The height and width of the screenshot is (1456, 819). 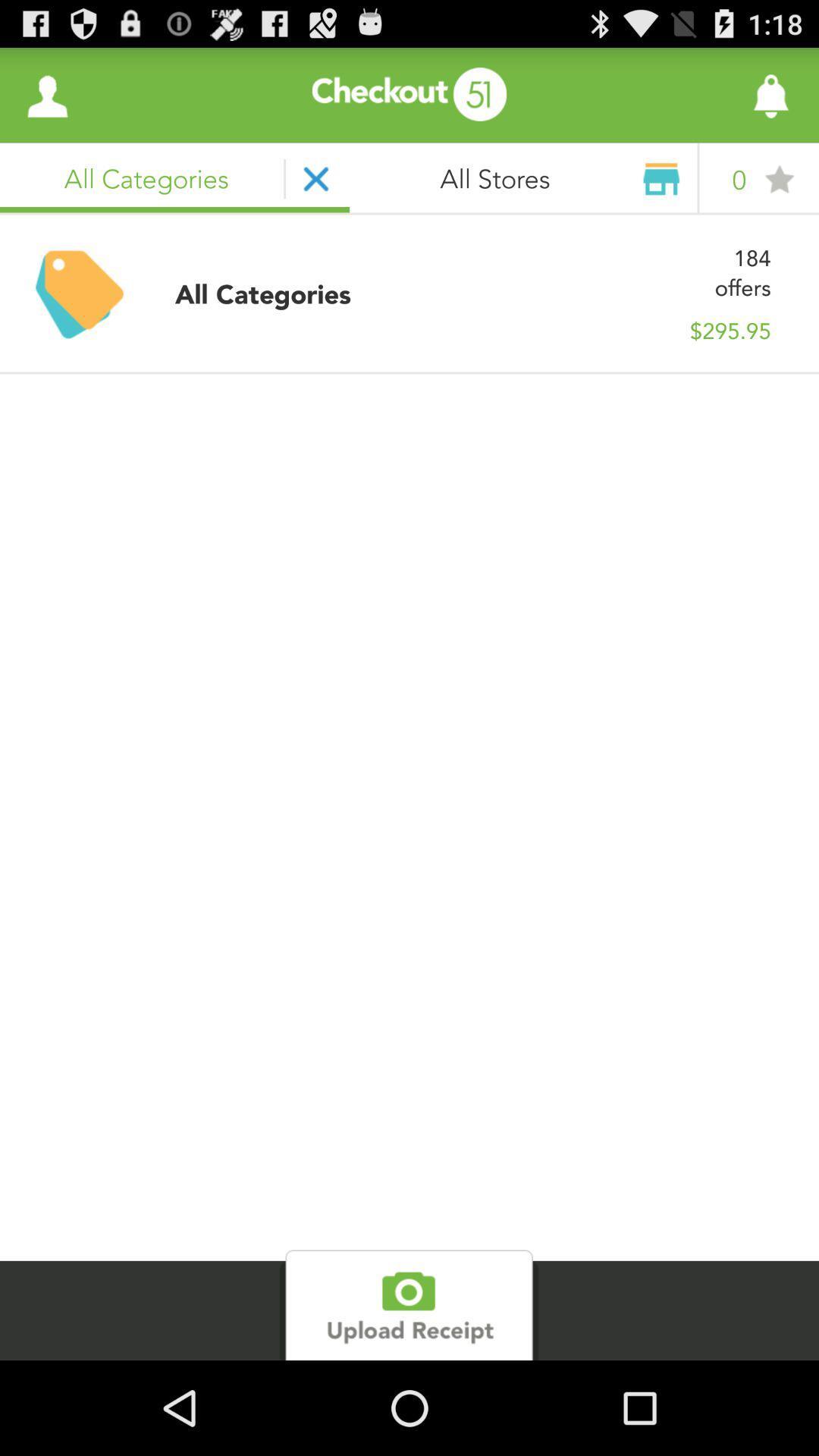 What do you see at coordinates (46, 94) in the screenshot?
I see `the item next to all stores icon` at bounding box center [46, 94].